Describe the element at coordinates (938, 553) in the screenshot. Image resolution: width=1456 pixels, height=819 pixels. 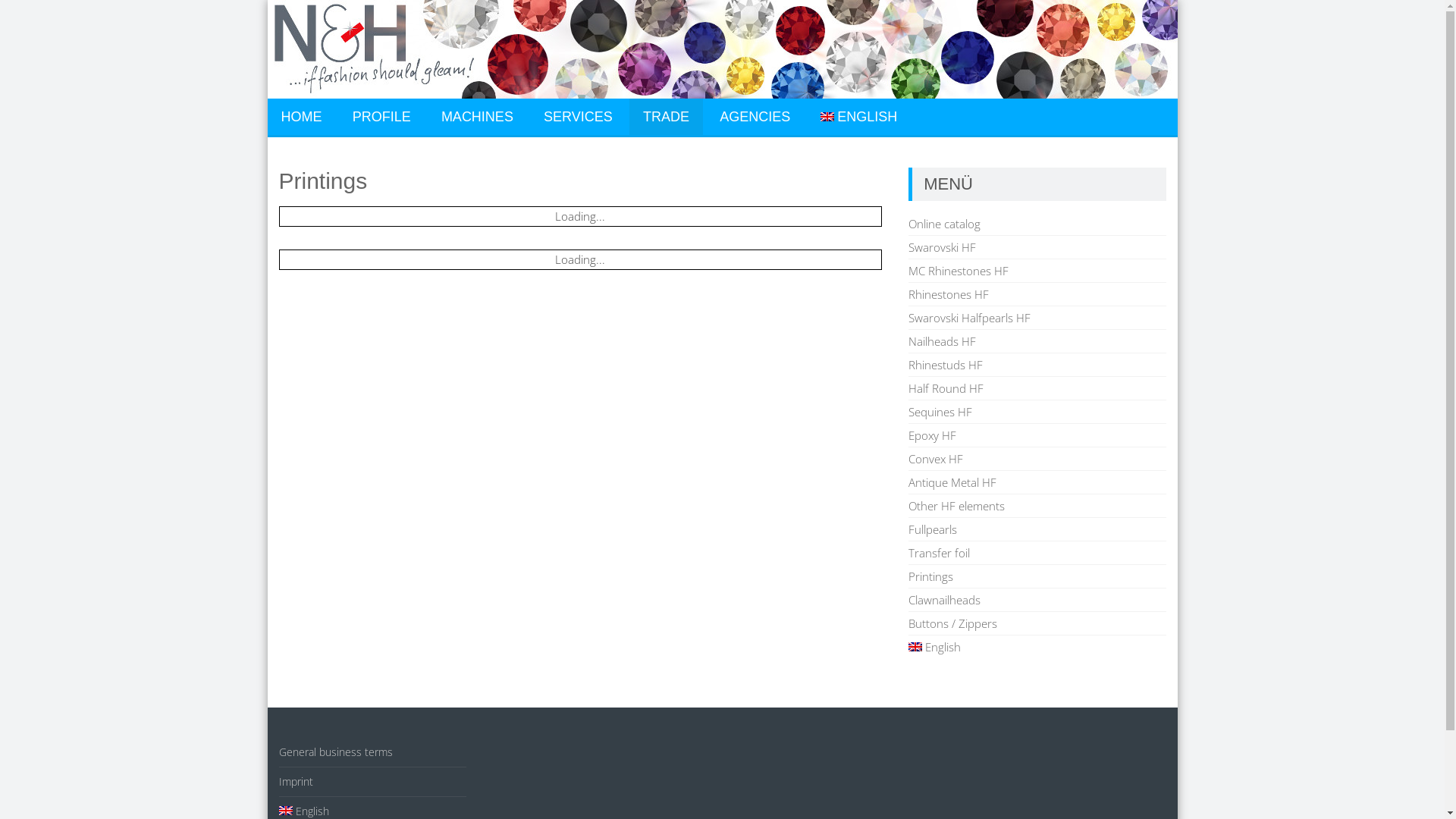
I see `'Transfer foil'` at that location.